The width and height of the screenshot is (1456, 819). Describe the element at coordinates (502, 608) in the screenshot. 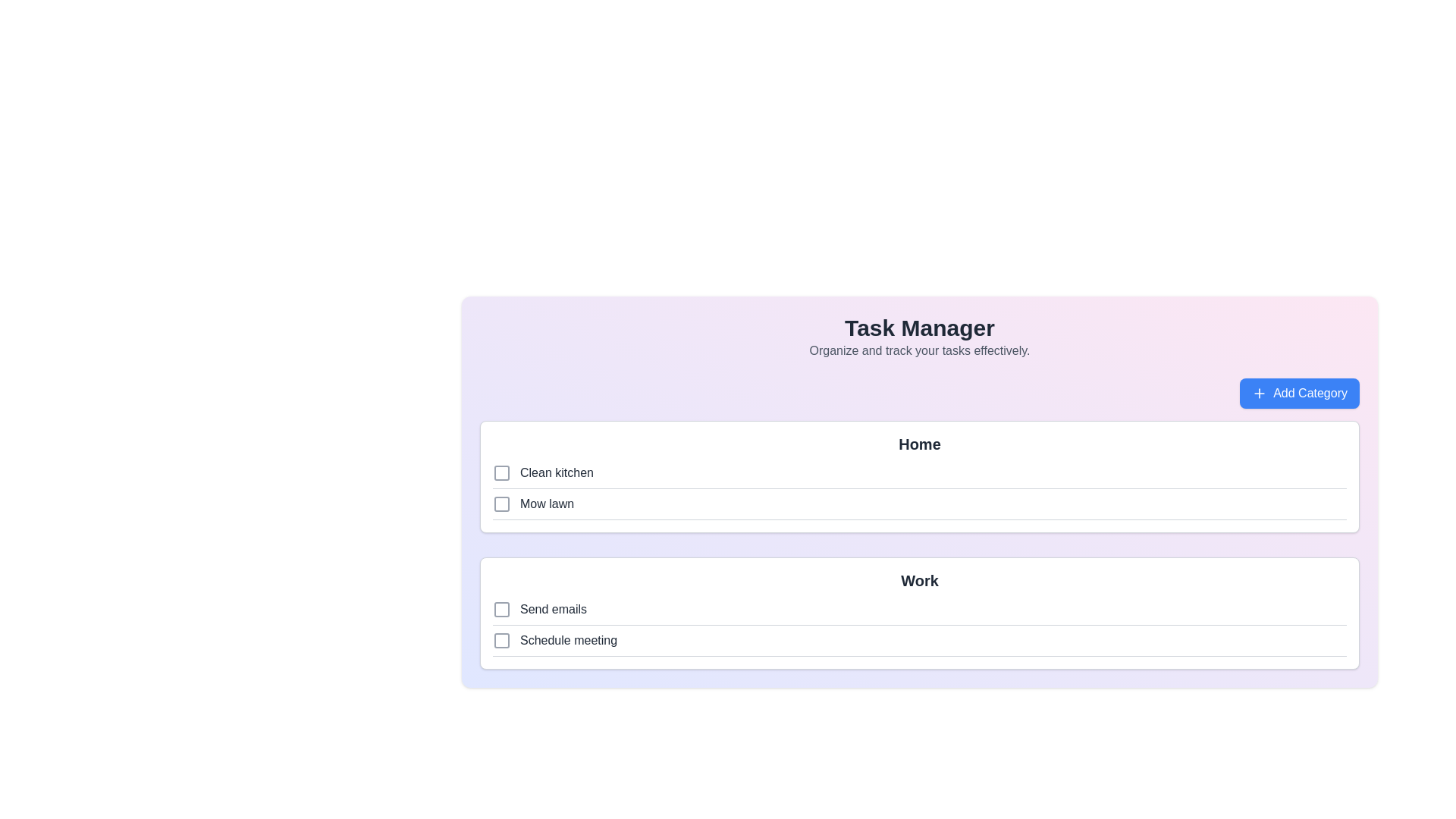

I see `the first checkbox` at that location.